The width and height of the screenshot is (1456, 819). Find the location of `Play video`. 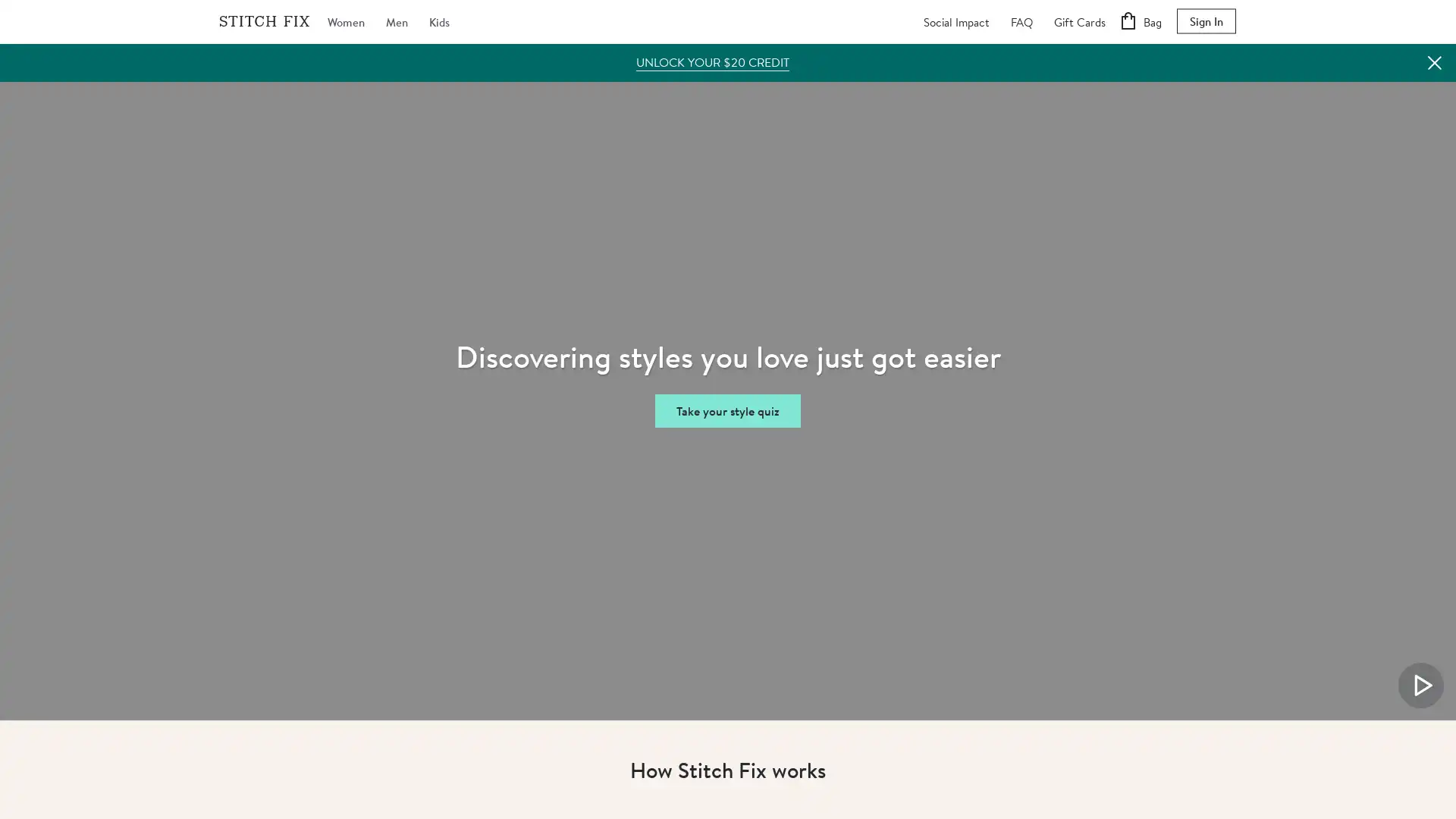

Play video is located at coordinates (1420, 684).